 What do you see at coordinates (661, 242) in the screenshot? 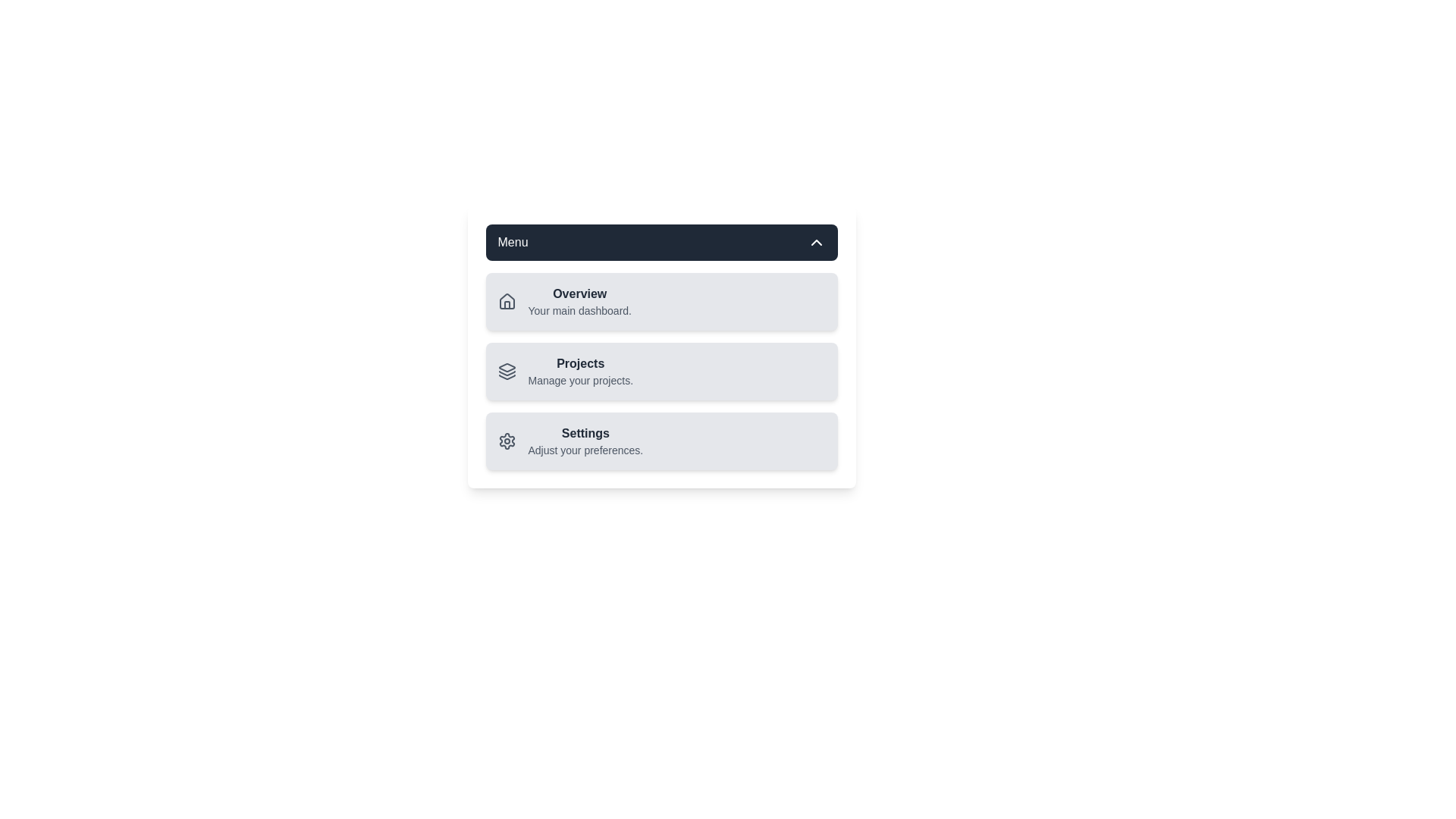
I see `the 'Menu' button to toggle the menu's visibility` at bounding box center [661, 242].